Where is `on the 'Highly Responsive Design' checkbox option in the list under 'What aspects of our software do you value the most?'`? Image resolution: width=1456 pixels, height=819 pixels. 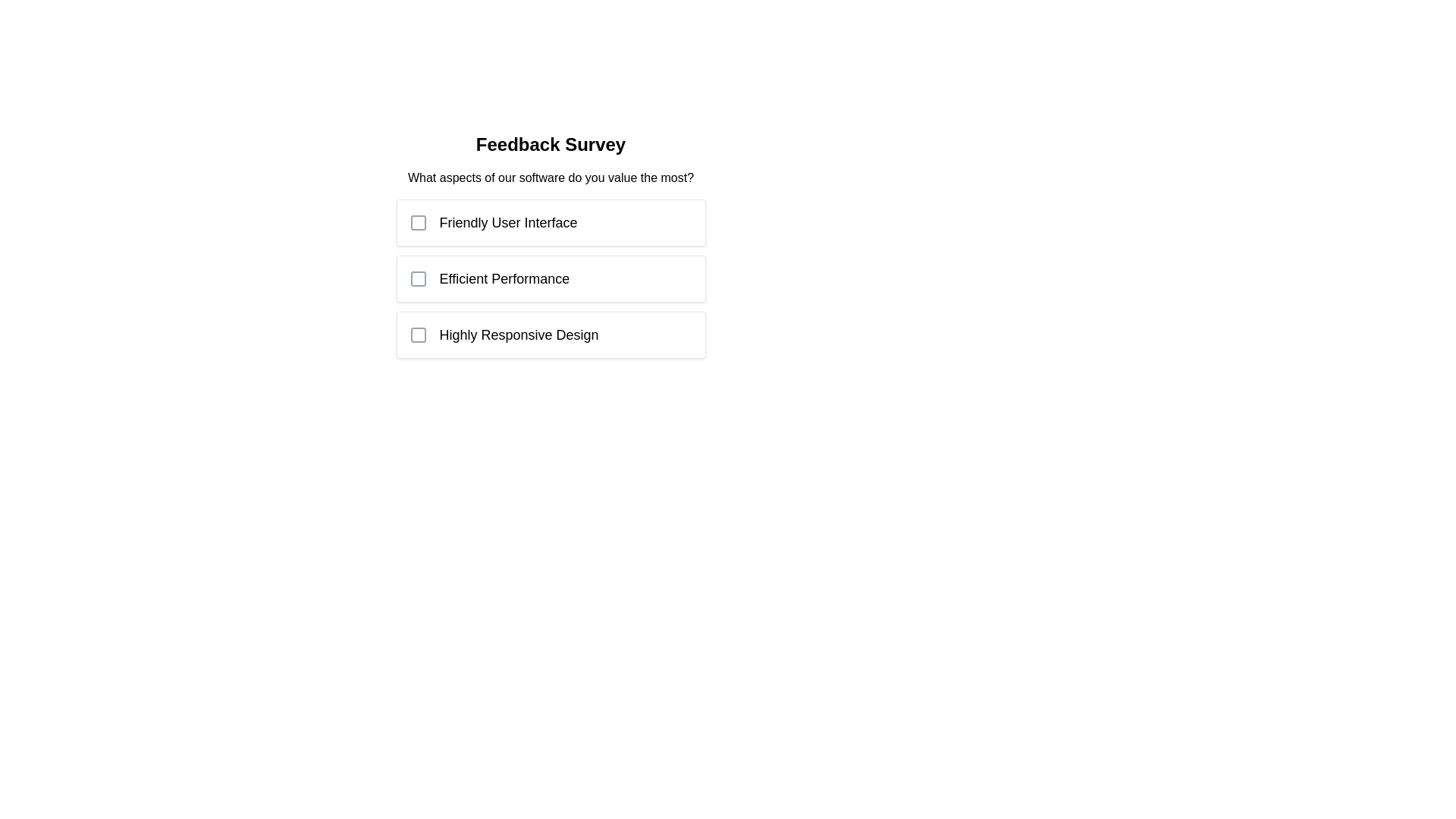 on the 'Highly Responsive Design' checkbox option in the list under 'What aspects of our software do you value the most?' is located at coordinates (550, 334).